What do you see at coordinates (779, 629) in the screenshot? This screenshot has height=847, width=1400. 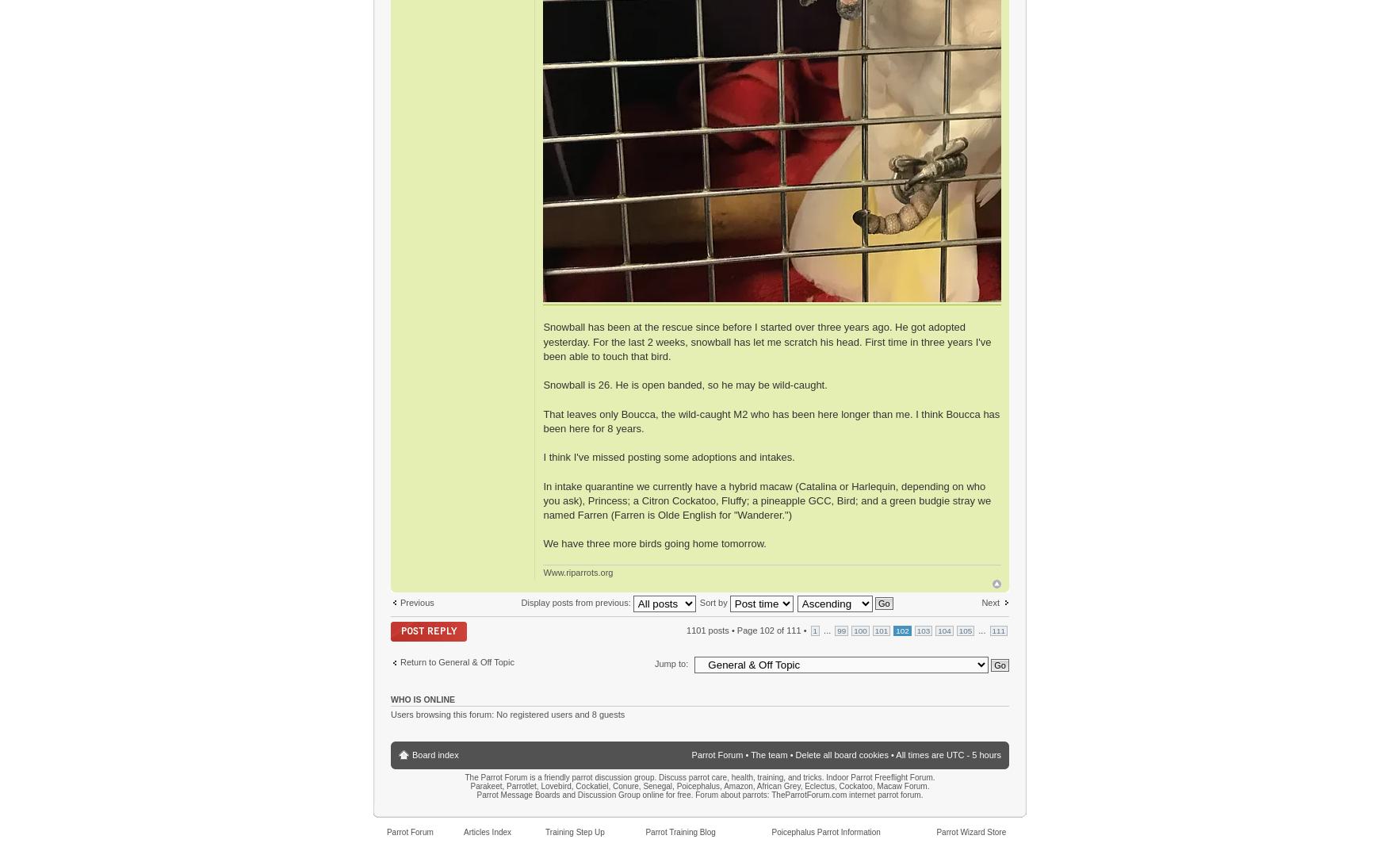 I see `'of'` at bounding box center [779, 629].